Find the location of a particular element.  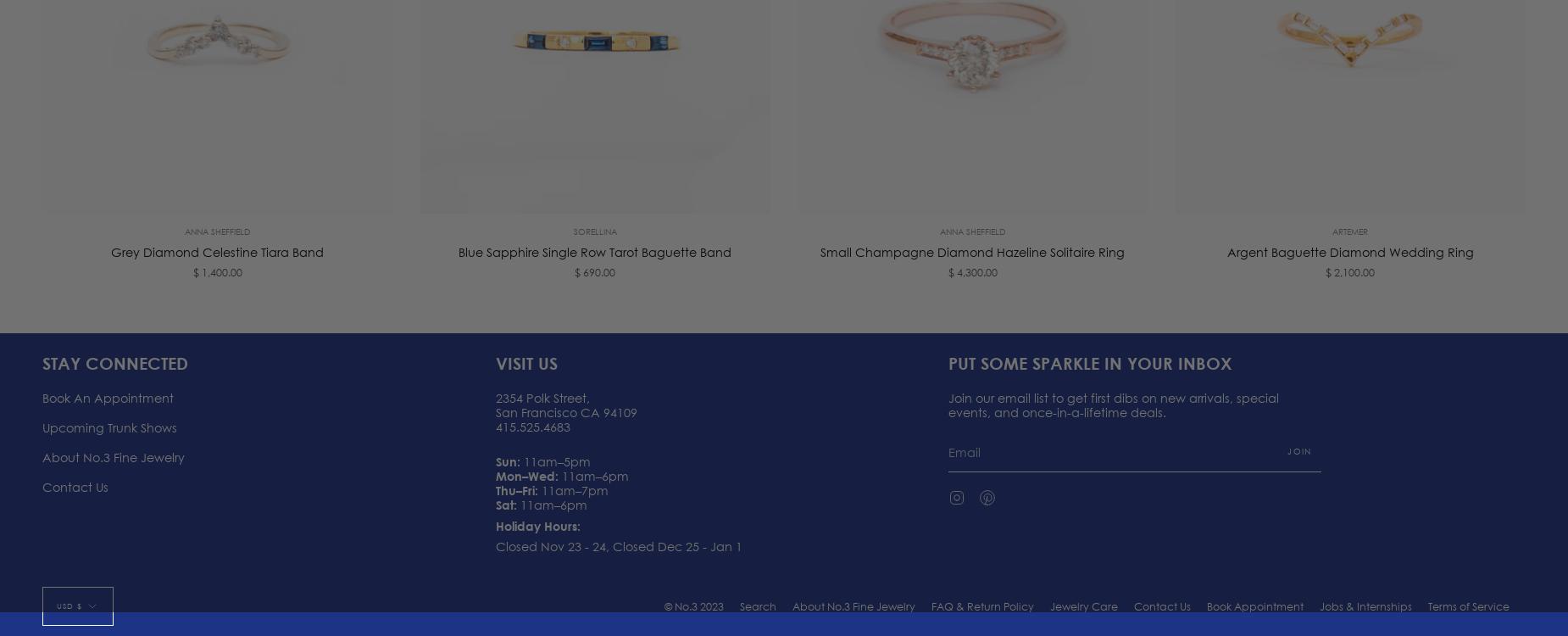

'BWP P' is located at coordinates (68, 555).